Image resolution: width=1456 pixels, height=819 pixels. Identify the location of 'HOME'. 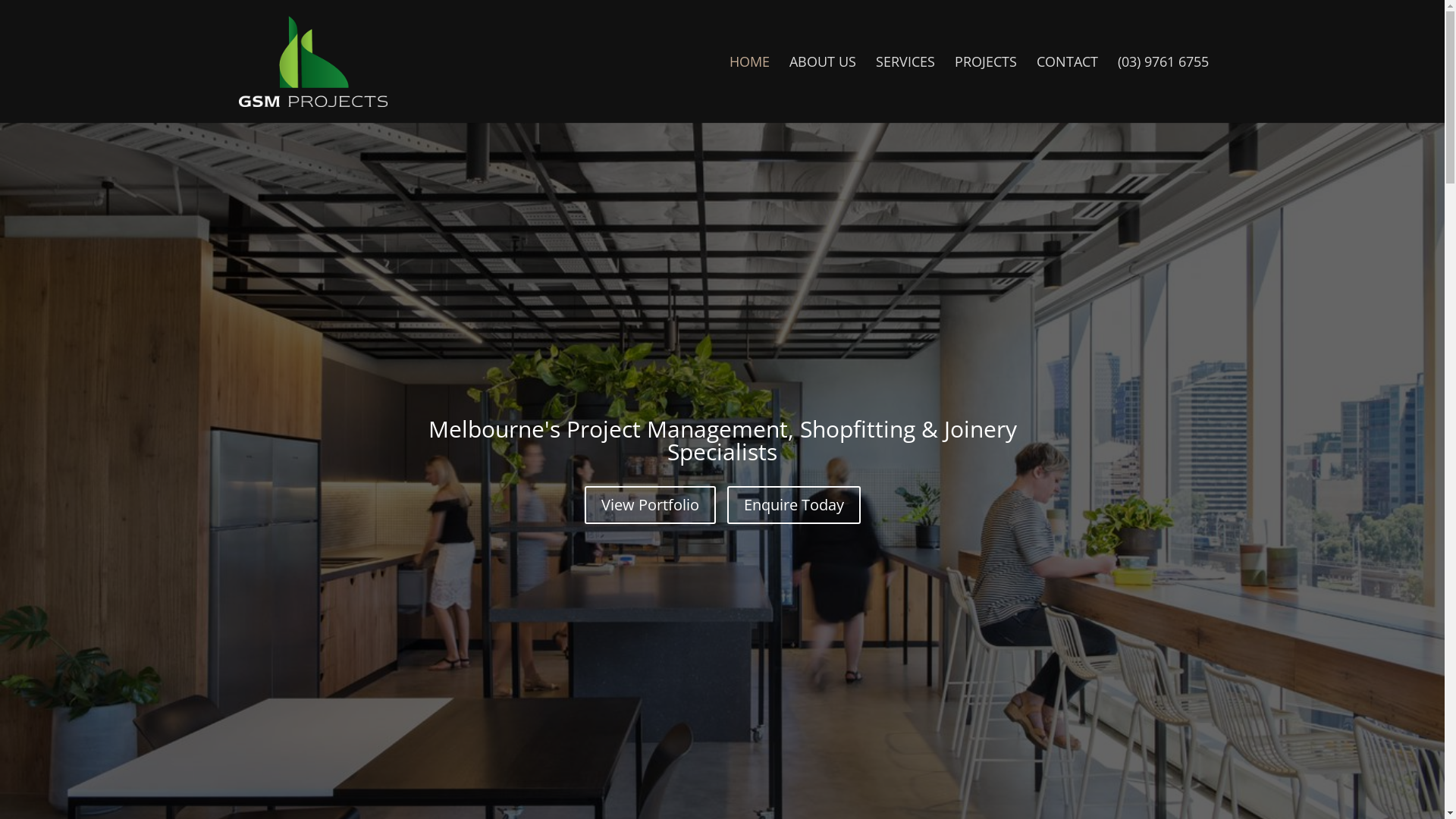
(729, 89).